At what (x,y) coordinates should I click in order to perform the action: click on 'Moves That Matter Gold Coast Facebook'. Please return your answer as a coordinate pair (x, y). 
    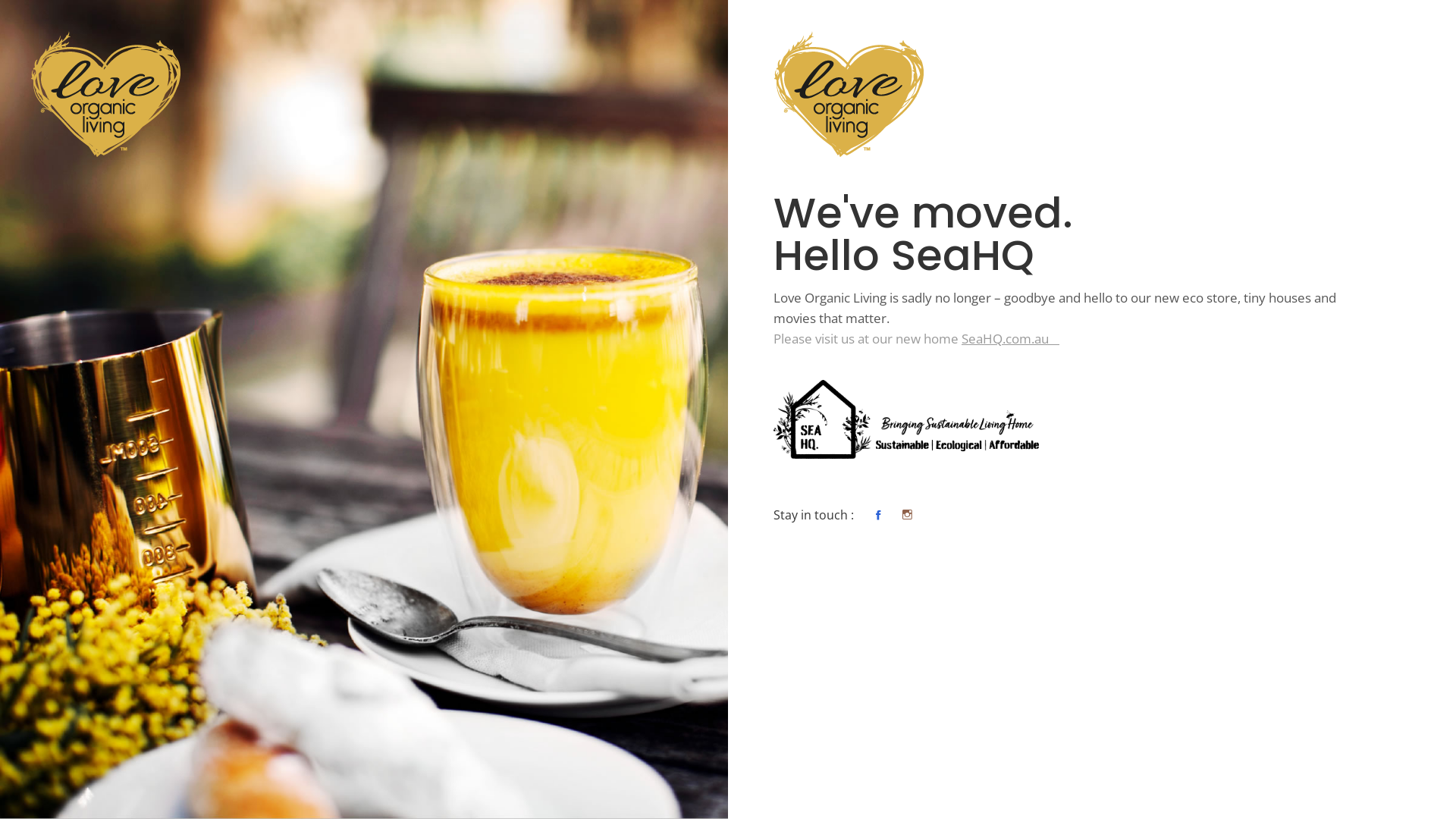
    Looking at the image, I should click on (877, 514).